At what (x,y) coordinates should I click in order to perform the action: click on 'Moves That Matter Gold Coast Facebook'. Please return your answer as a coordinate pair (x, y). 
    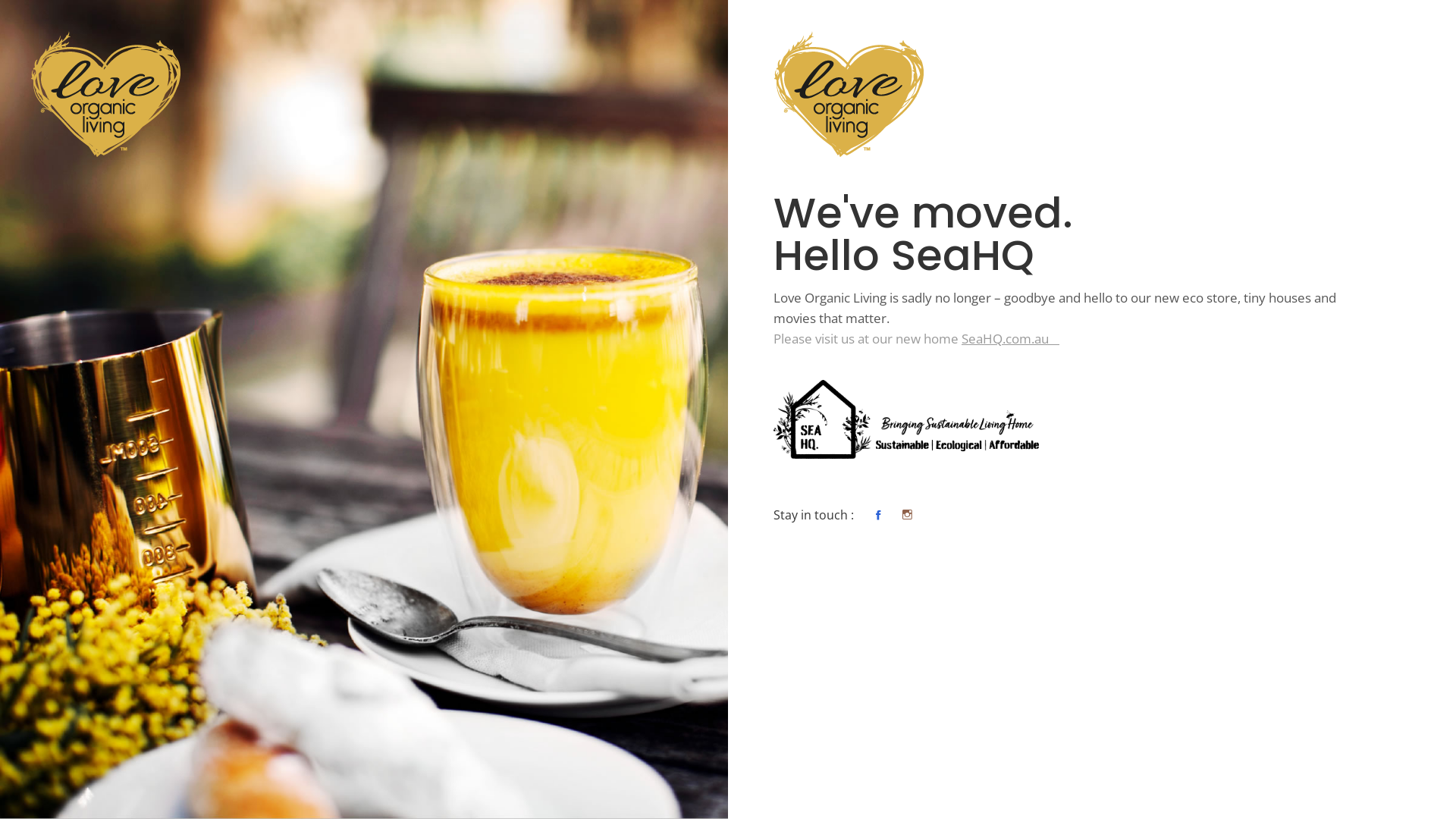
    Looking at the image, I should click on (877, 514).